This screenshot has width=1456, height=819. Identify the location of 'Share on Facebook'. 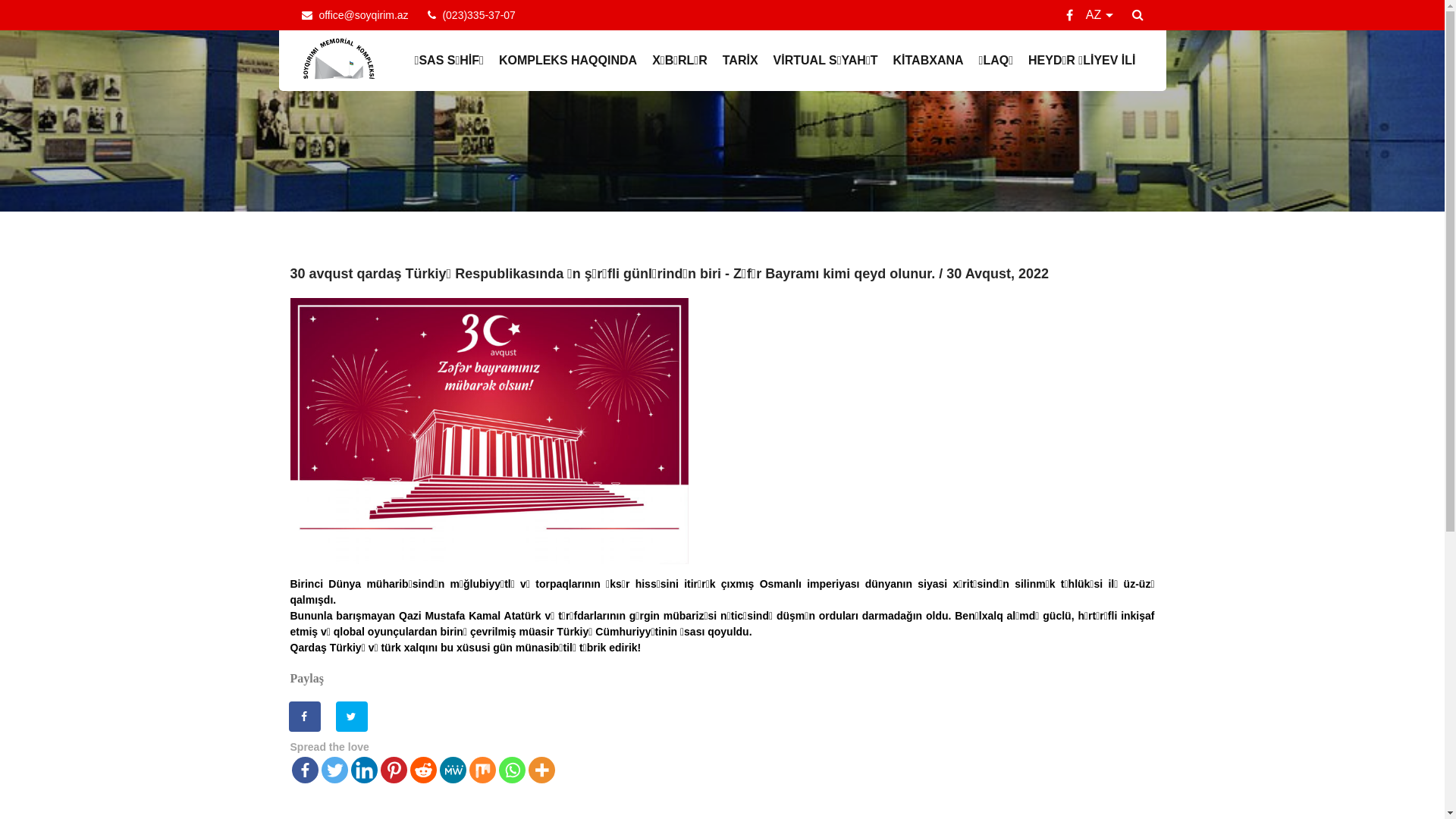
(304, 717).